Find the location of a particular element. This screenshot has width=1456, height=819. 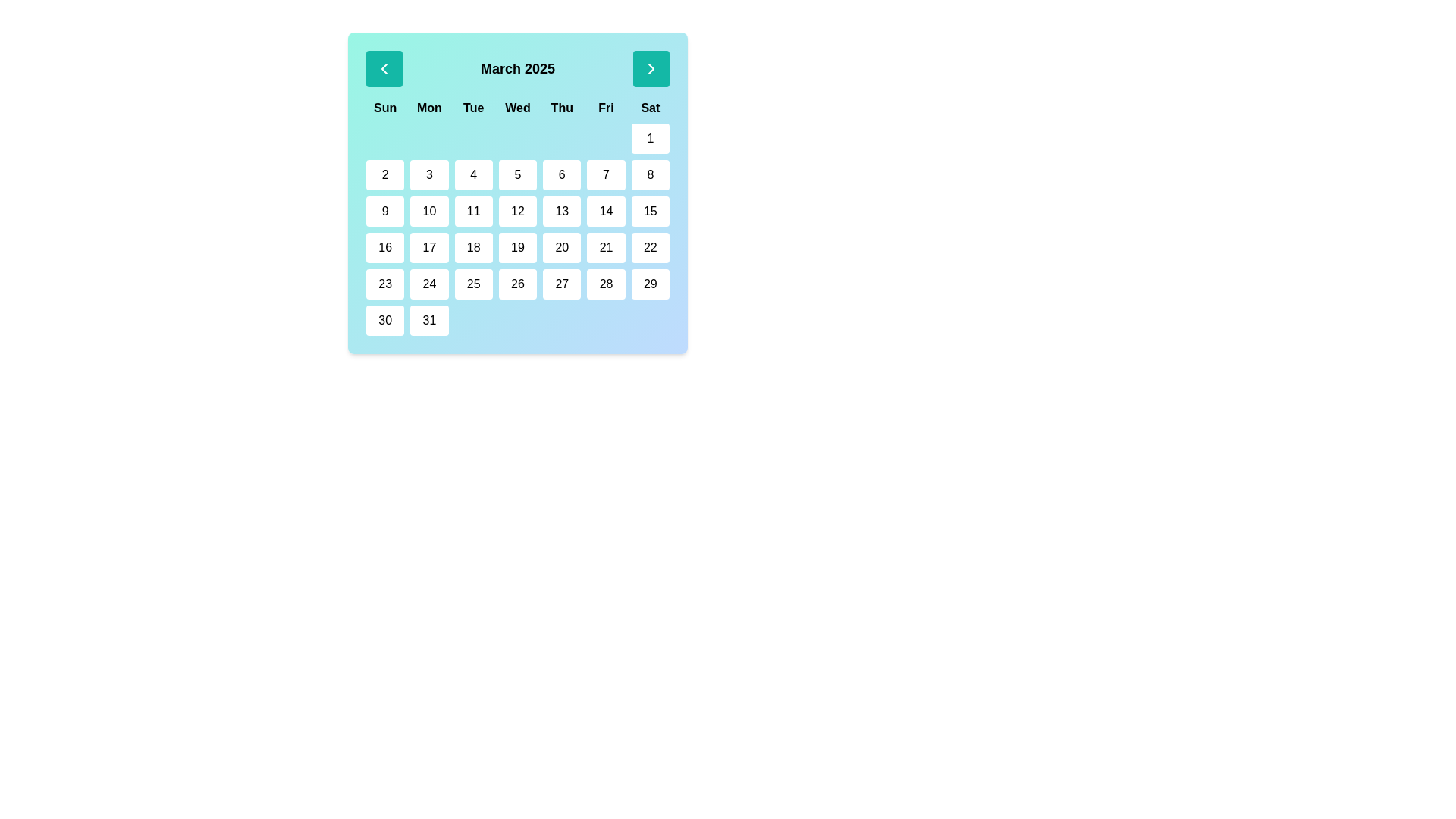

the text label displaying 'March 2025', which is bold and large in a sans-serif font, located at the top of the calendar interface, centered horizontally is located at coordinates (517, 69).